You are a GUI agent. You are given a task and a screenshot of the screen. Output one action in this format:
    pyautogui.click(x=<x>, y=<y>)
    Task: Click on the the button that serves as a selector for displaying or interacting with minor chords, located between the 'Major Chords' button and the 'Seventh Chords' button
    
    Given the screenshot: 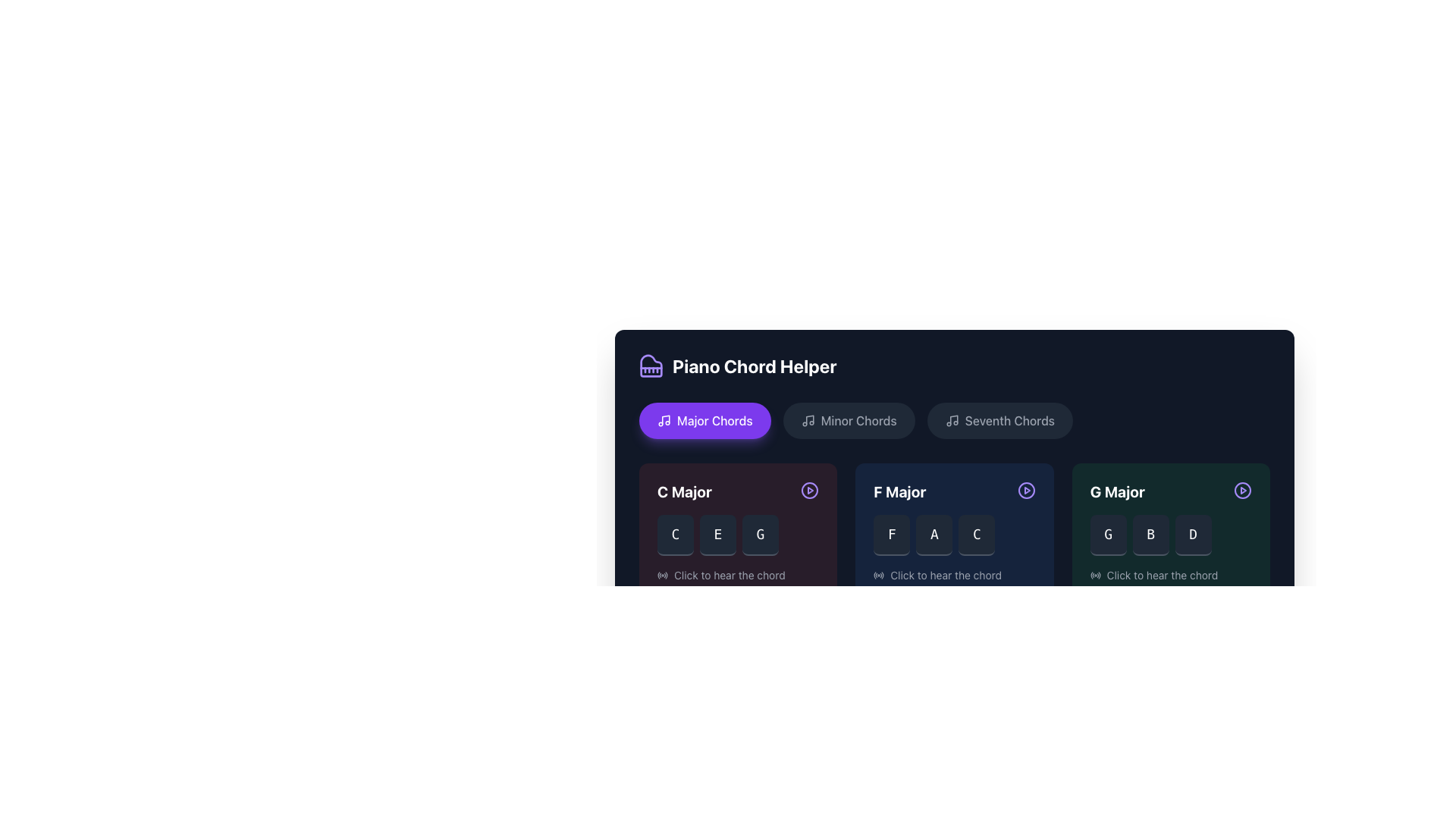 What is the action you would take?
    pyautogui.click(x=848, y=421)
    